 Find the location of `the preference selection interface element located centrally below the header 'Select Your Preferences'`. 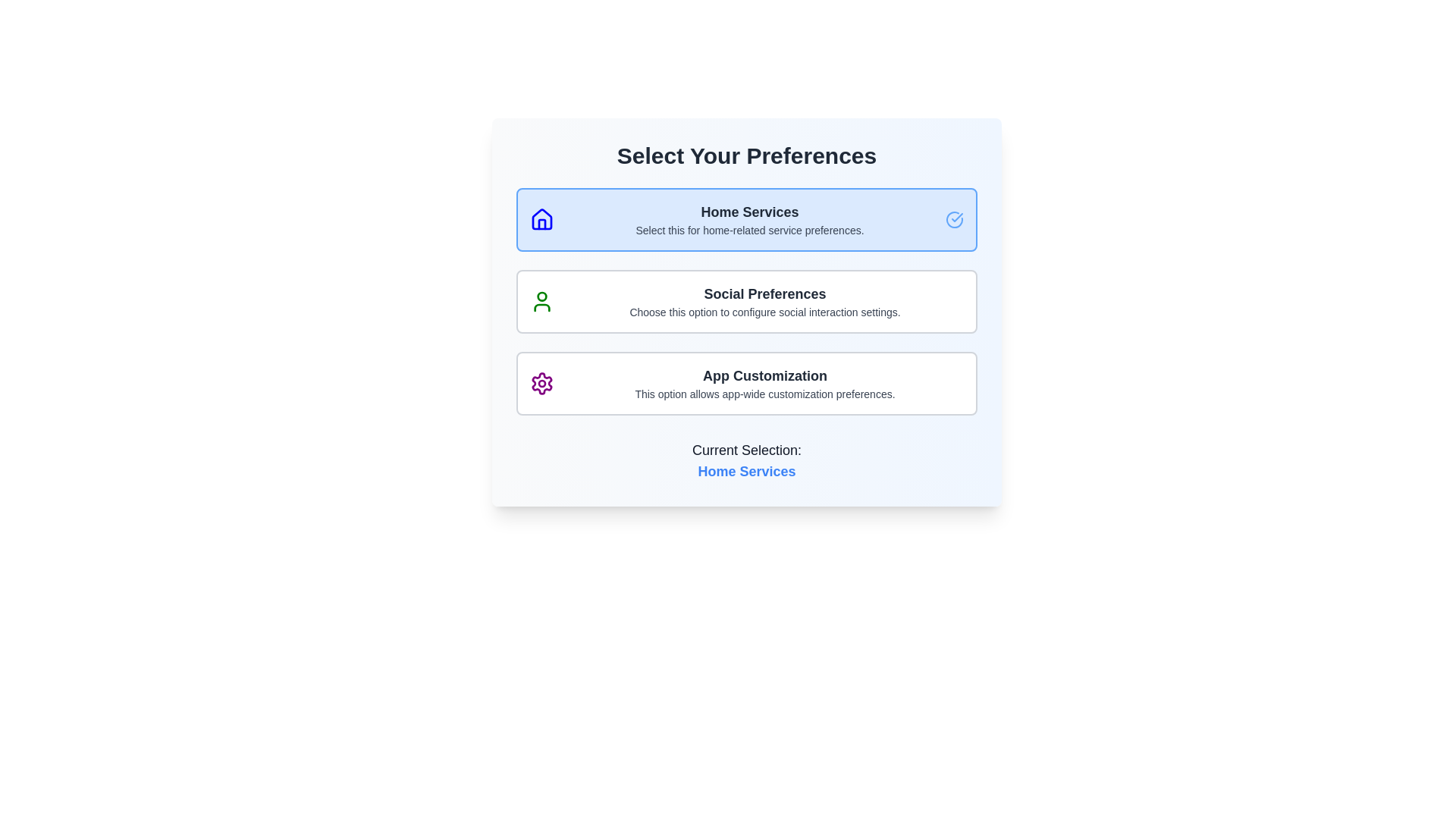

the preference selection interface element located centrally below the header 'Select Your Preferences' is located at coordinates (746, 312).